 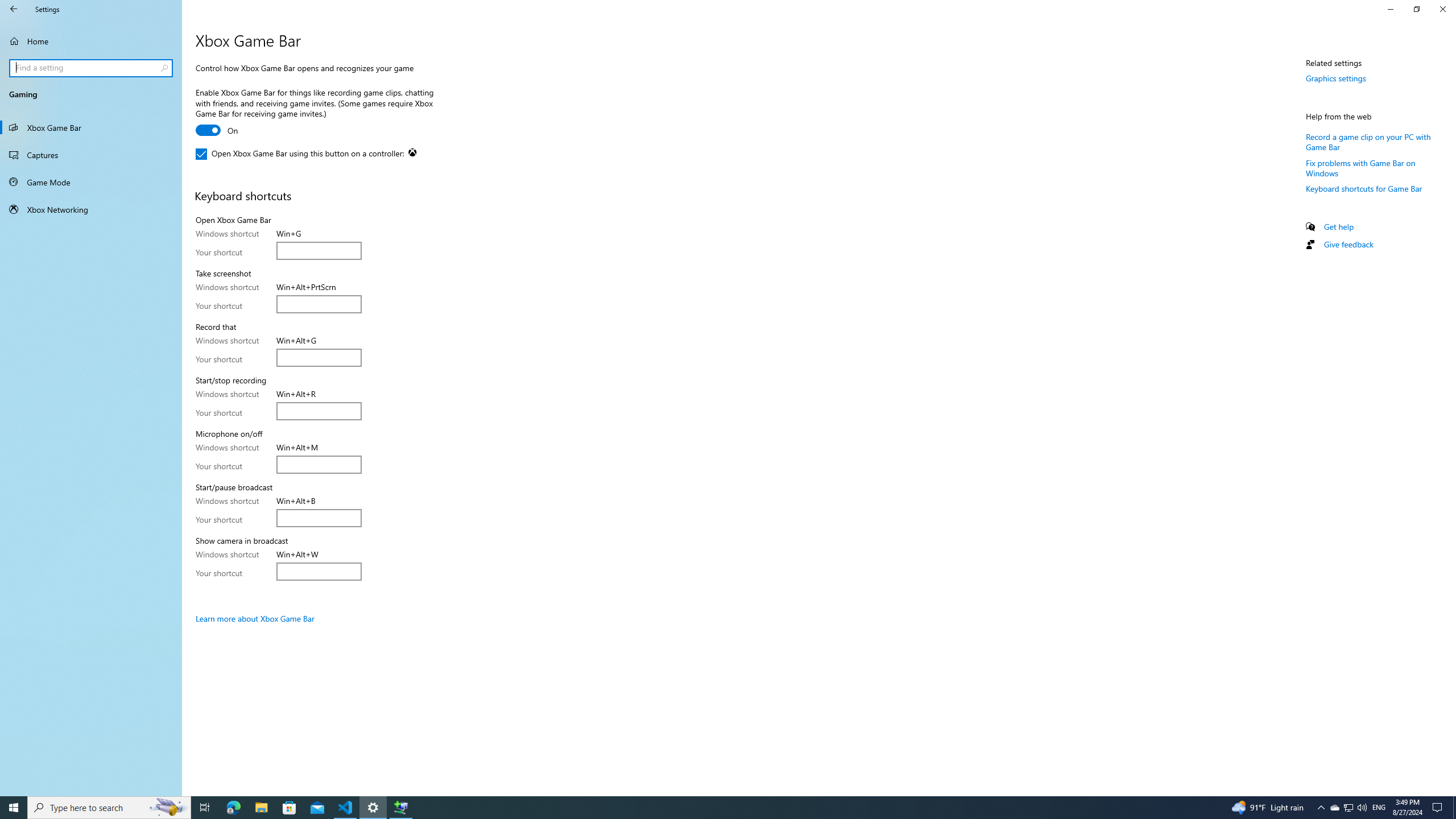 I want to click on 'Fix problems with Game Bar on Windows', so click(x=1360, y=167).